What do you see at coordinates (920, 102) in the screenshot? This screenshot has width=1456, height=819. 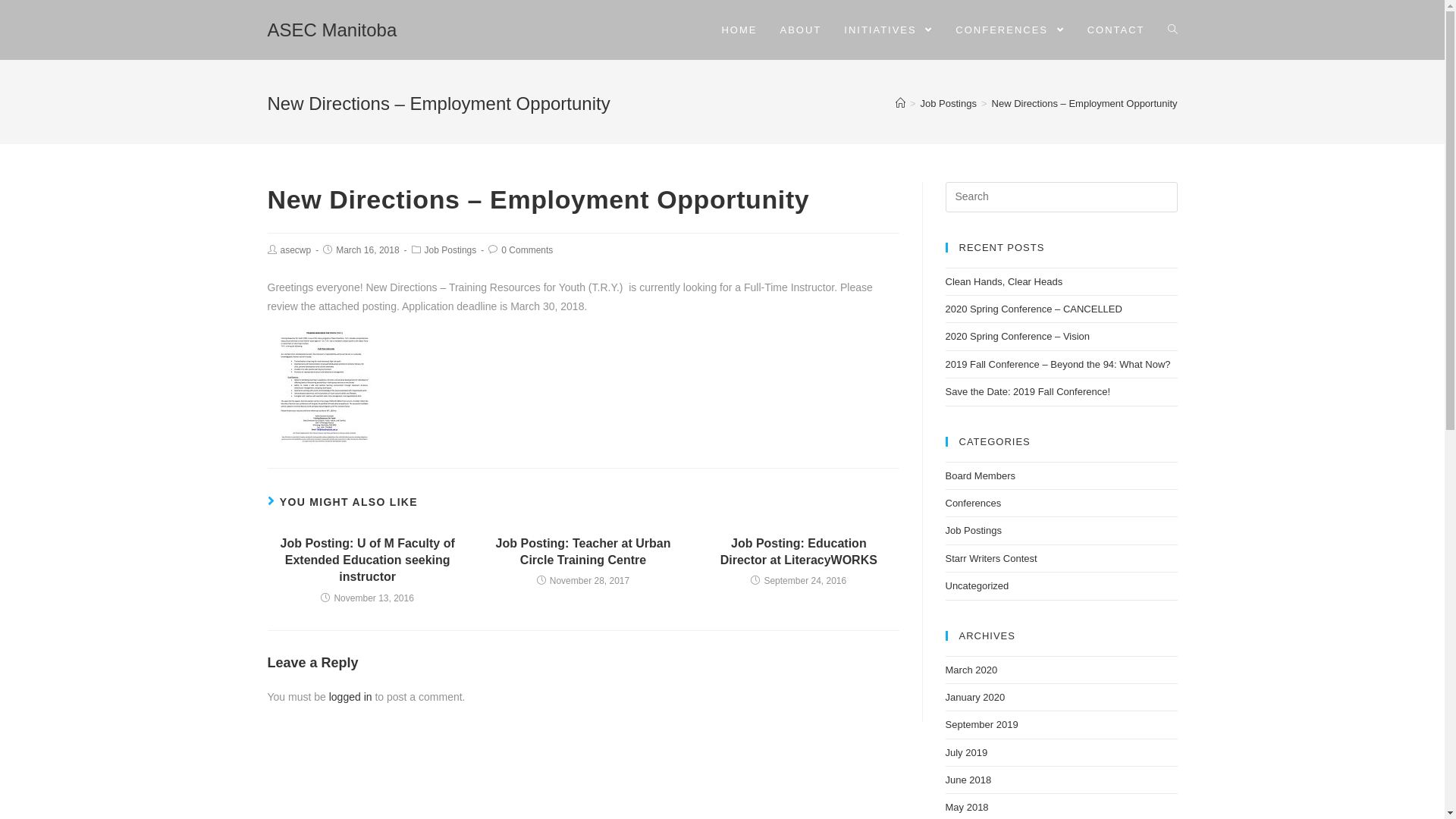 I see `'Job Postings'` at bounding box center [920, 102].